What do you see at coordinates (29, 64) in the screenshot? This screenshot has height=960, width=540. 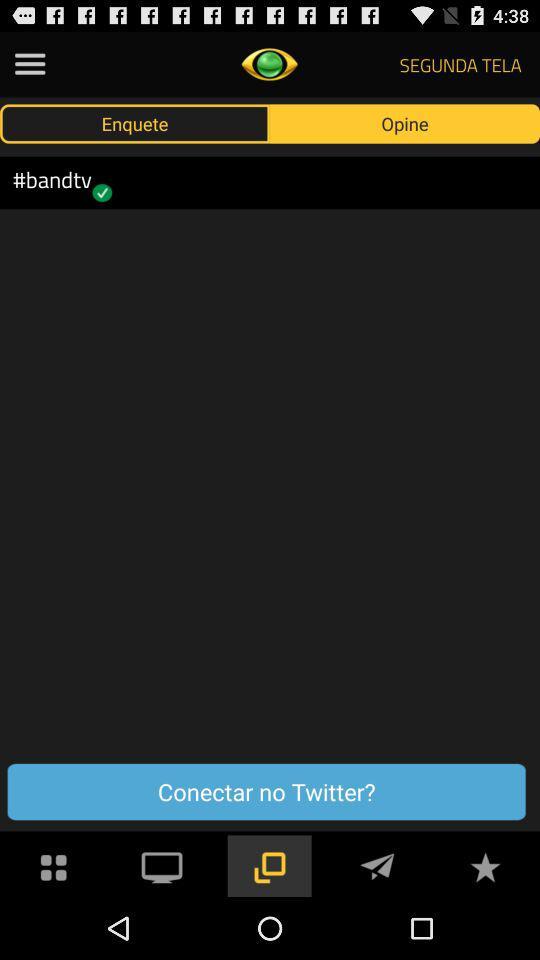 I see `open menu` at bounding box center [29, 64].